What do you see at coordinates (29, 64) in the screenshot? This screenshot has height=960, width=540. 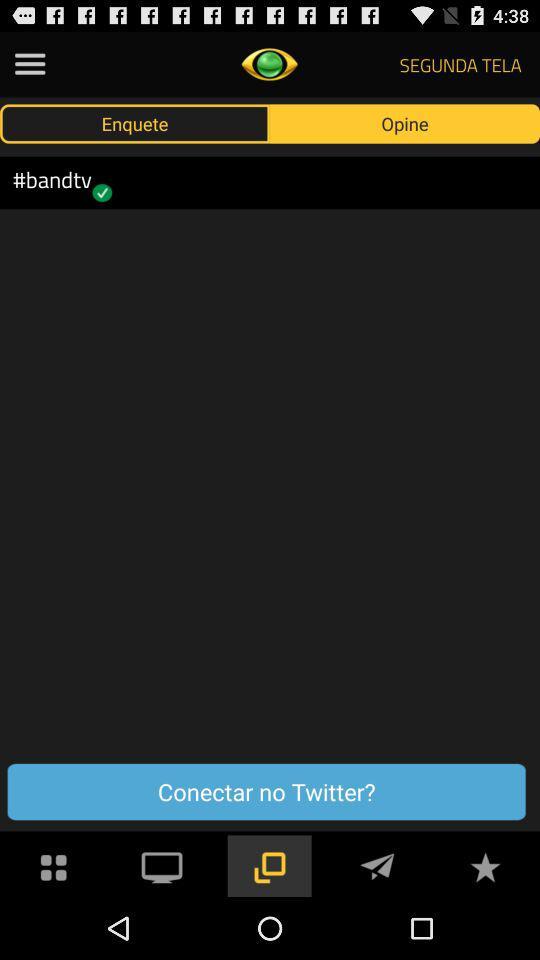 I see `open menu` at bounding box center [29, 64].